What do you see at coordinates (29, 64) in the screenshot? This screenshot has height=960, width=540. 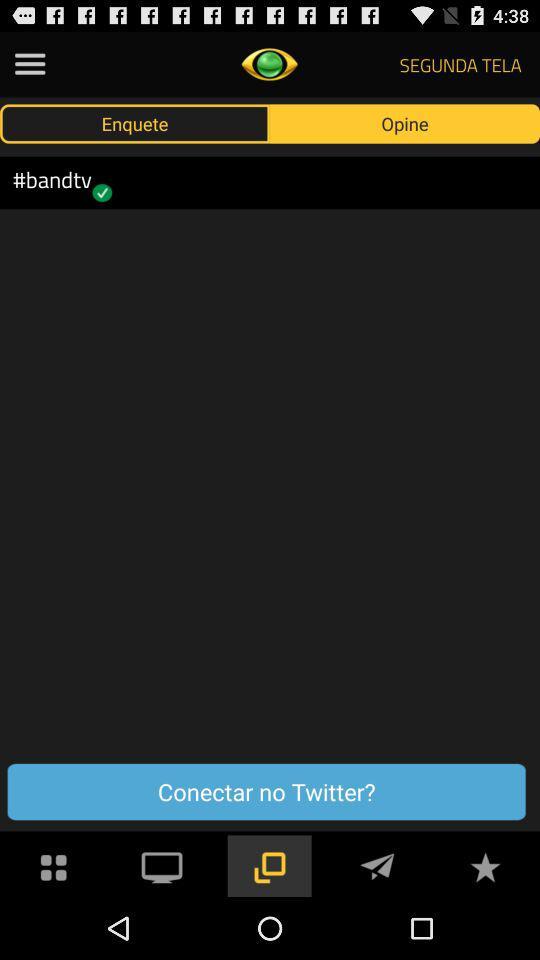 I see `open menu` at bounding box center [29, 64].